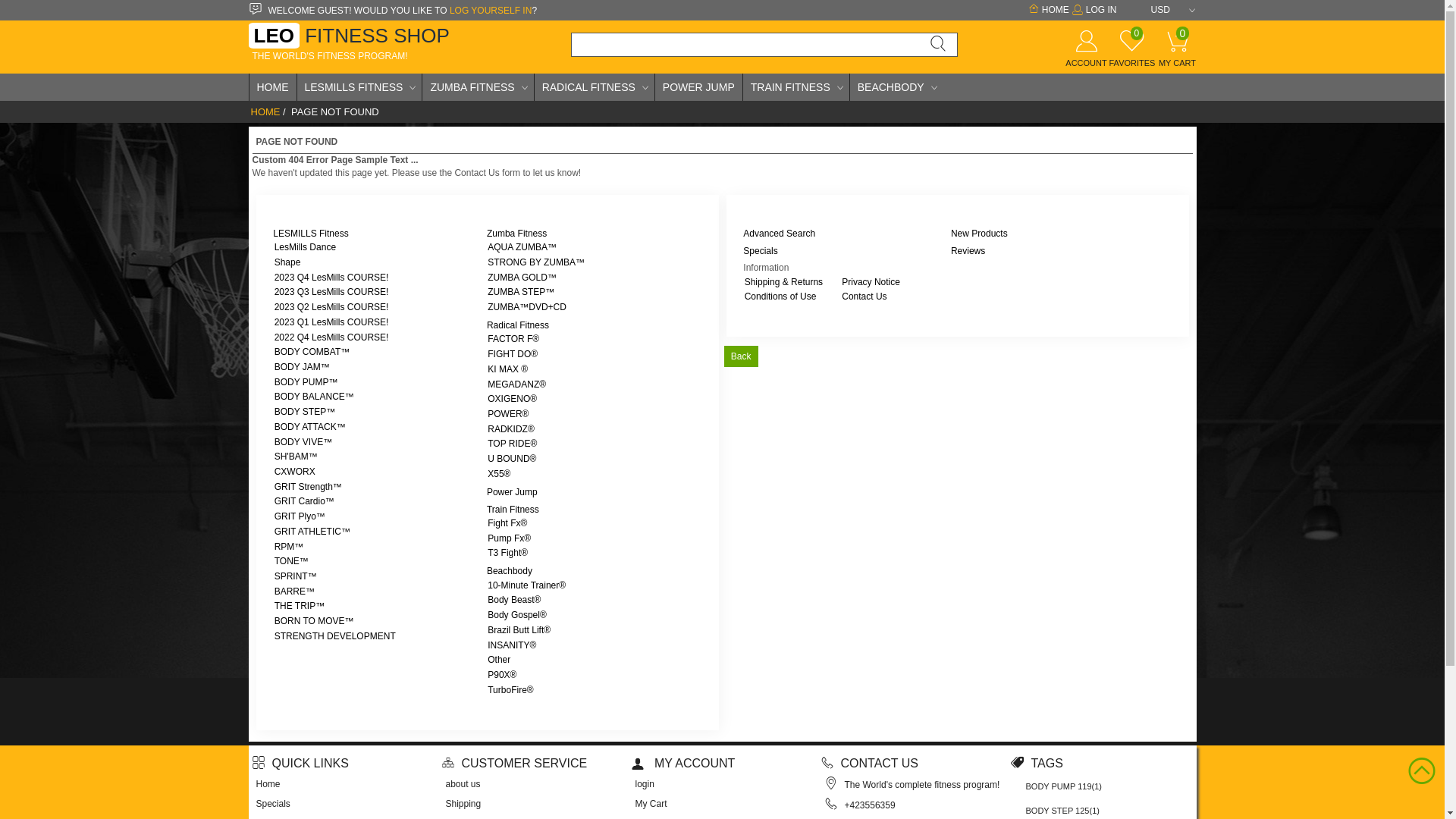 This screenshot has width=1456, height=819. Describe the element at coordinates (476, 87) in the screenshot. I see `'ZUMBA FITNESS'` at that location.